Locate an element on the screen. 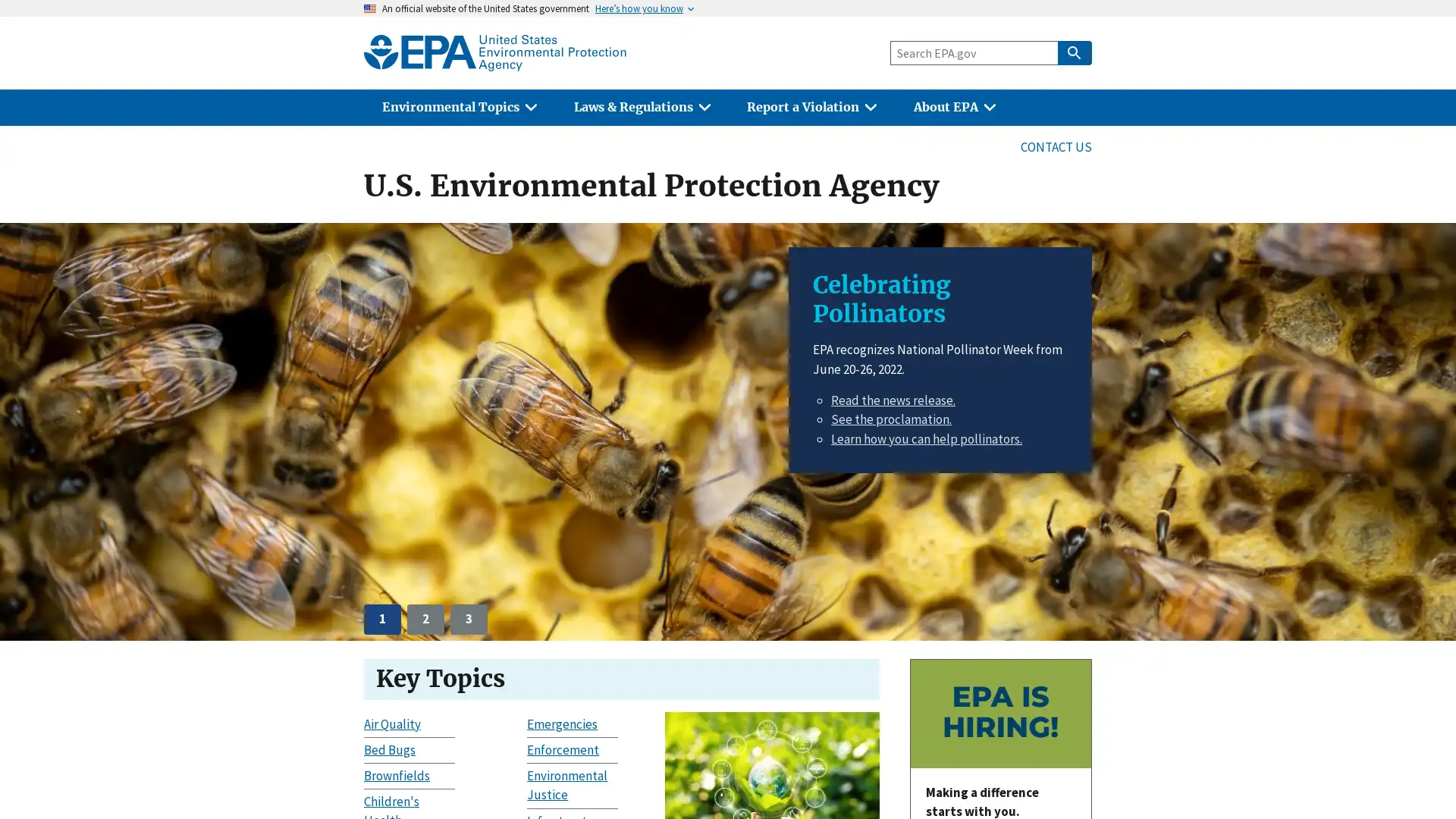 This screenshot has height=819, width=1456. Report a Violation is located at coordinates (811, 107).